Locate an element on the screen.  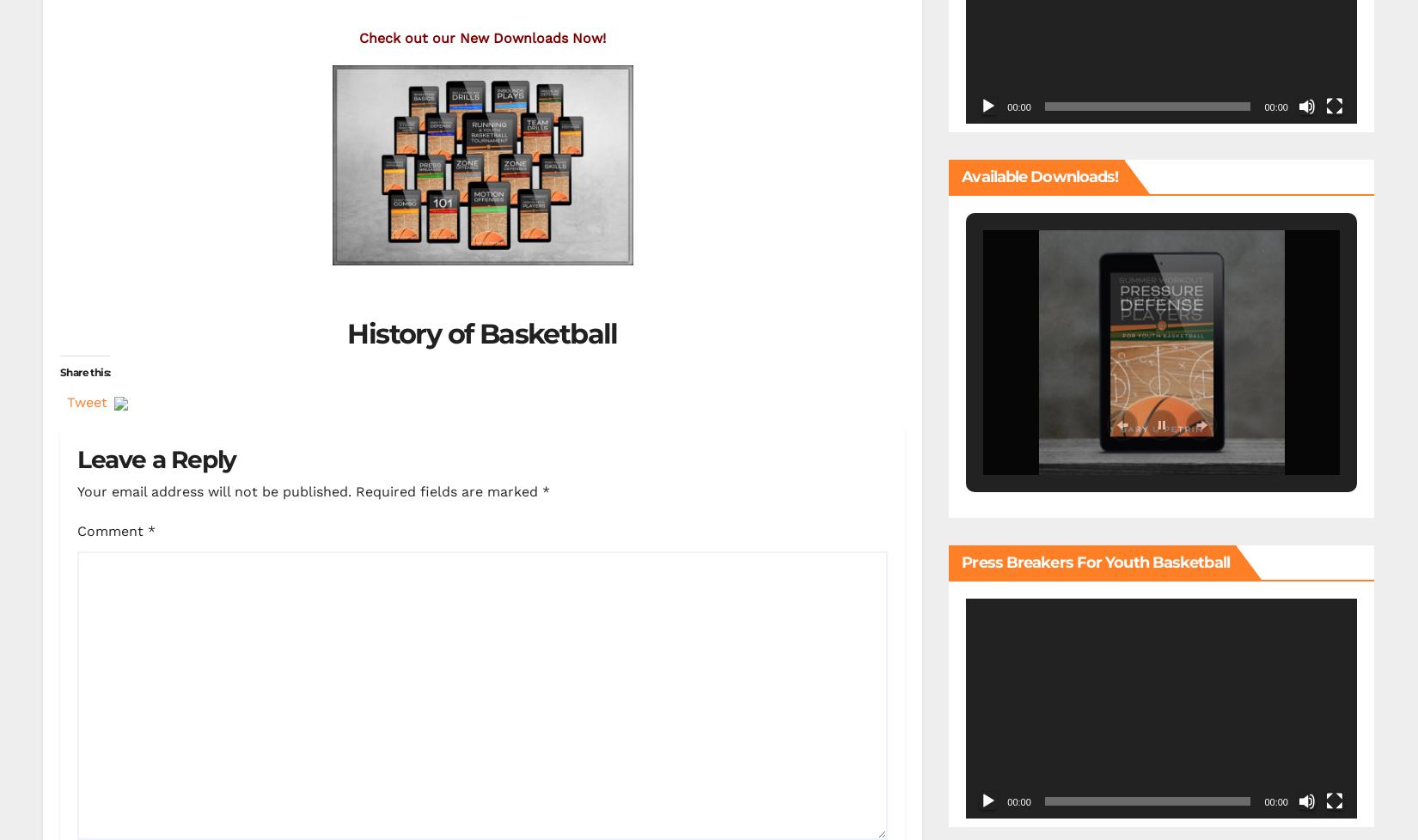
'Required fields are marked' is located at coordinates (448, 490).